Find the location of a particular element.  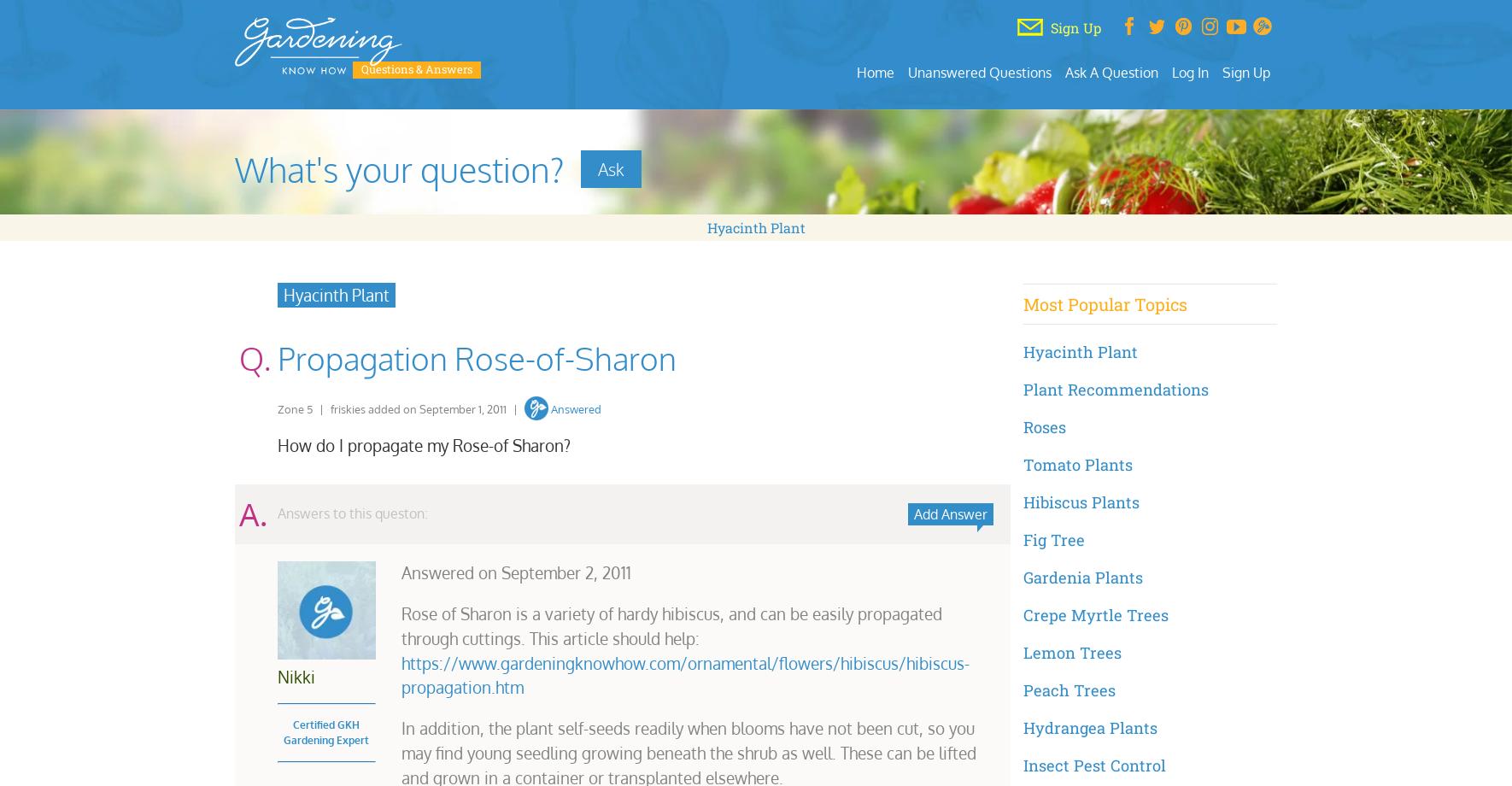

'https://www.gardeningknowhow.com/ornamental/flowers/hibiscus/hibiscus-propagation.htm' is located at coordinates (684, 675).